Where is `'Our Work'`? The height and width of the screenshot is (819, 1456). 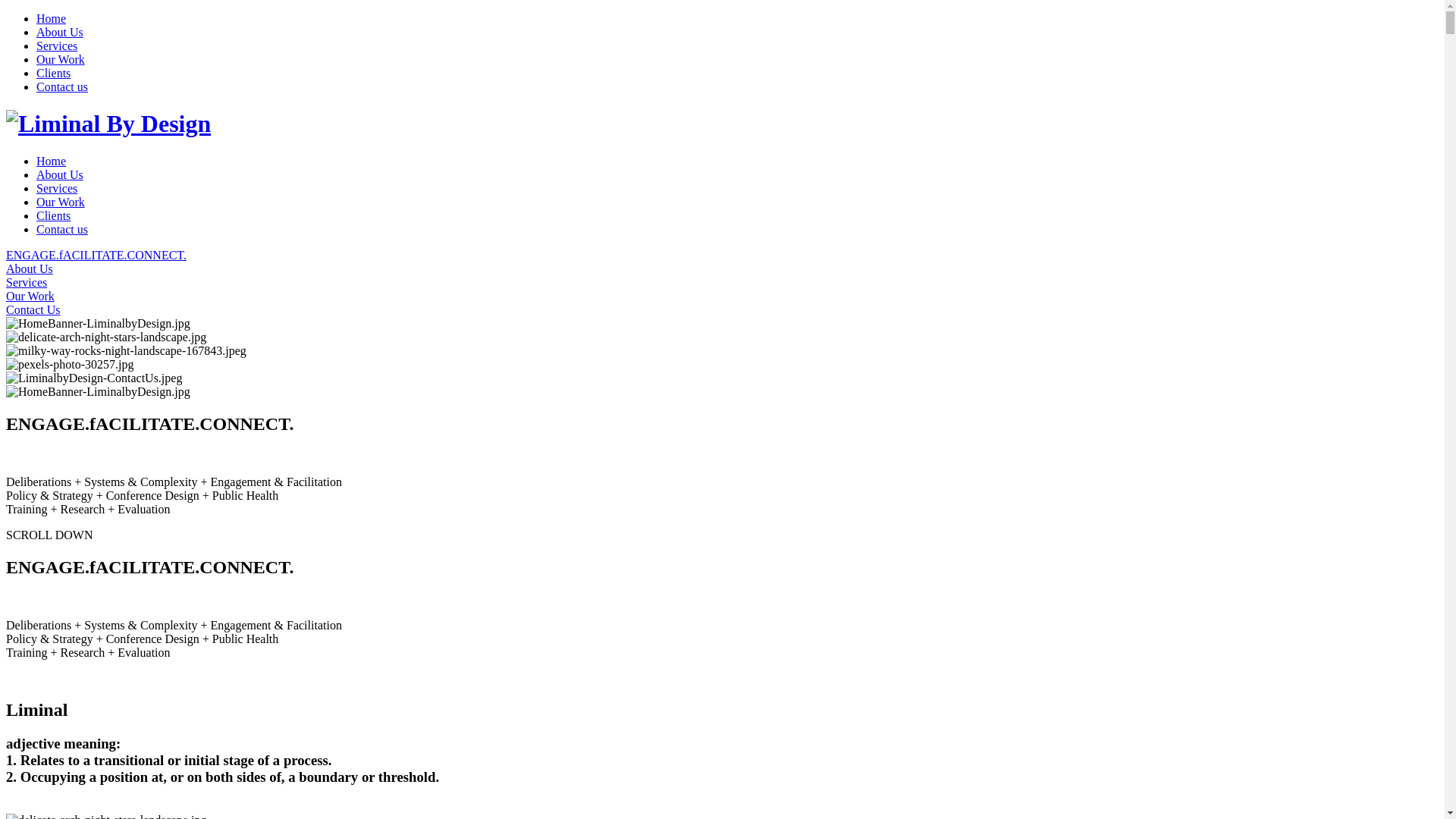
'Our Work' is located at coordinates (61, 58).